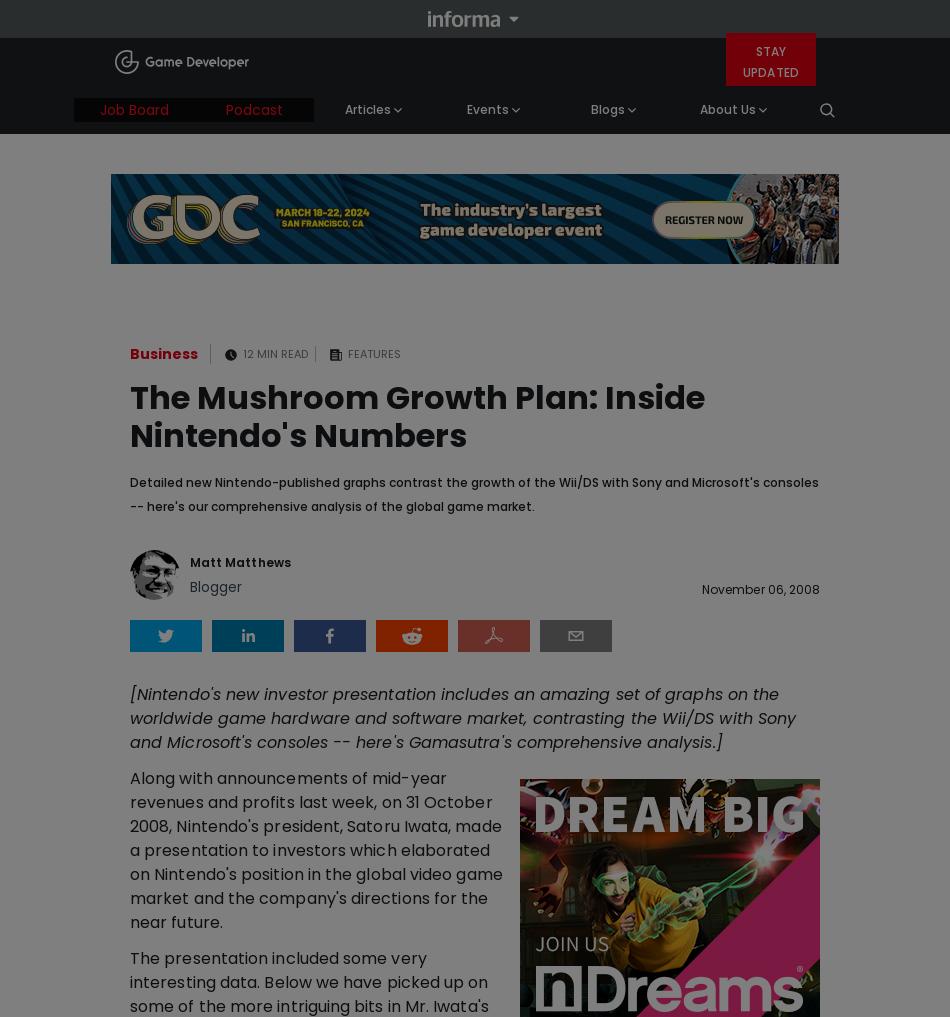 The width and height of the screenshot is (950, 1017). I want to click on 'Articles', so click(365, 109).